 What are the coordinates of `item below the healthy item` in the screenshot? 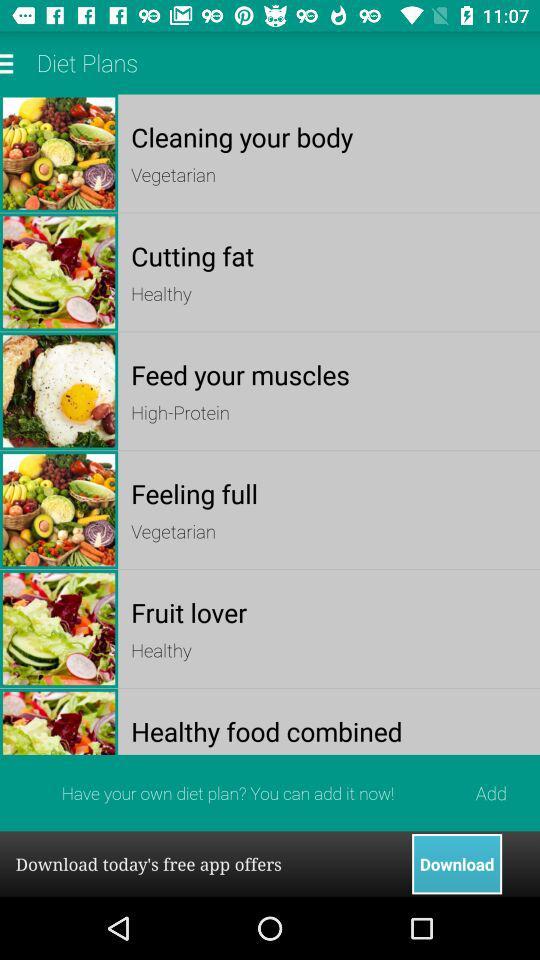 It's located at (329, 730).